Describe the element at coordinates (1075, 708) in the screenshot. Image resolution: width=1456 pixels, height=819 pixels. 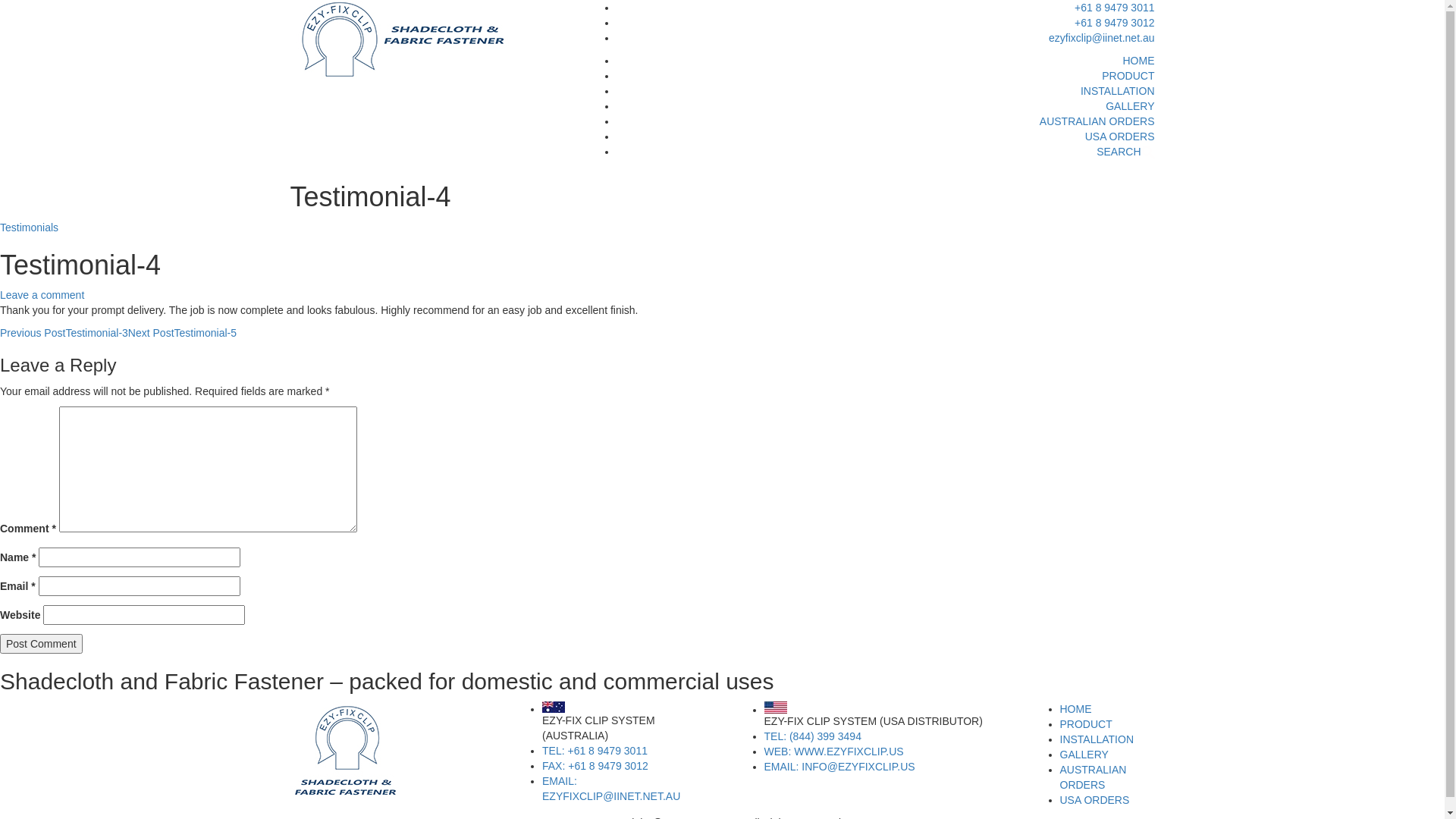
I see `'HOME'` at that location.